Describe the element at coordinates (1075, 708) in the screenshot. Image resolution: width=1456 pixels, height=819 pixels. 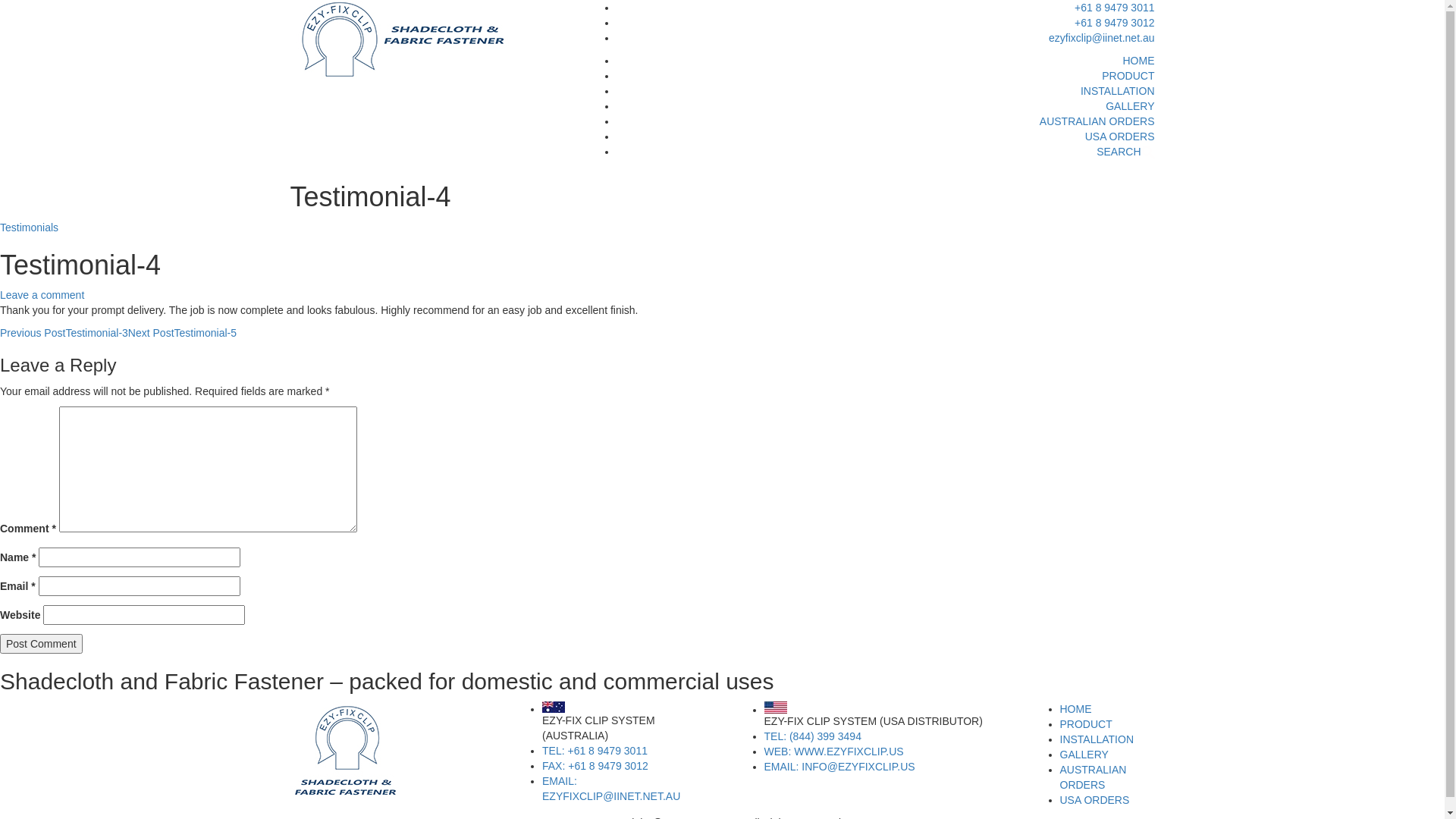
I see `'HOME'` at that location.